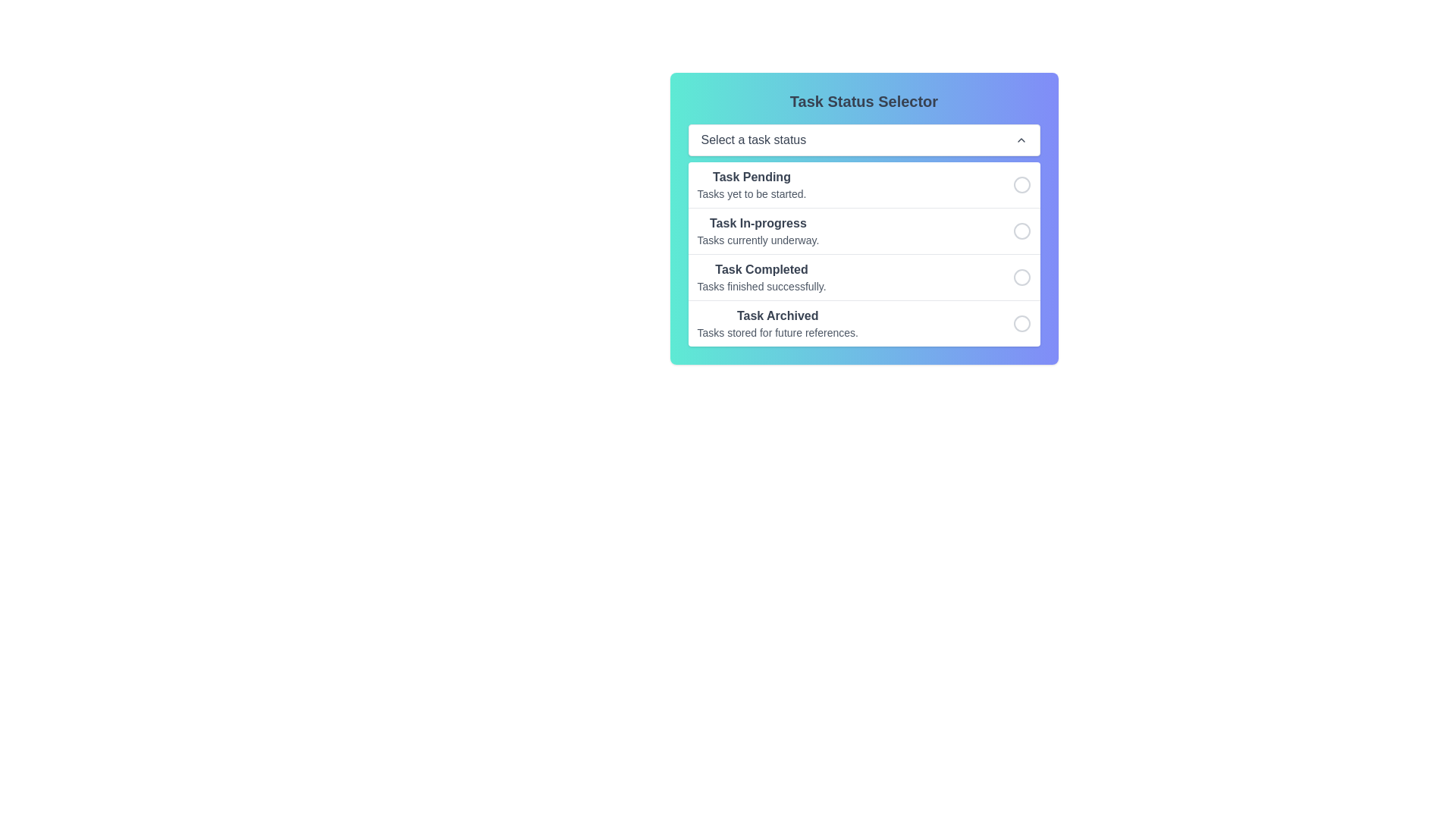 The width and height of the screenshot is (1456, 819). What do you see at coordinates (752, 184) in the screenshot?
I see `the text block displaying the task status labeled 'Pending', which is the first item in the vertical list of task status selections` at bounding box center [752, 184].